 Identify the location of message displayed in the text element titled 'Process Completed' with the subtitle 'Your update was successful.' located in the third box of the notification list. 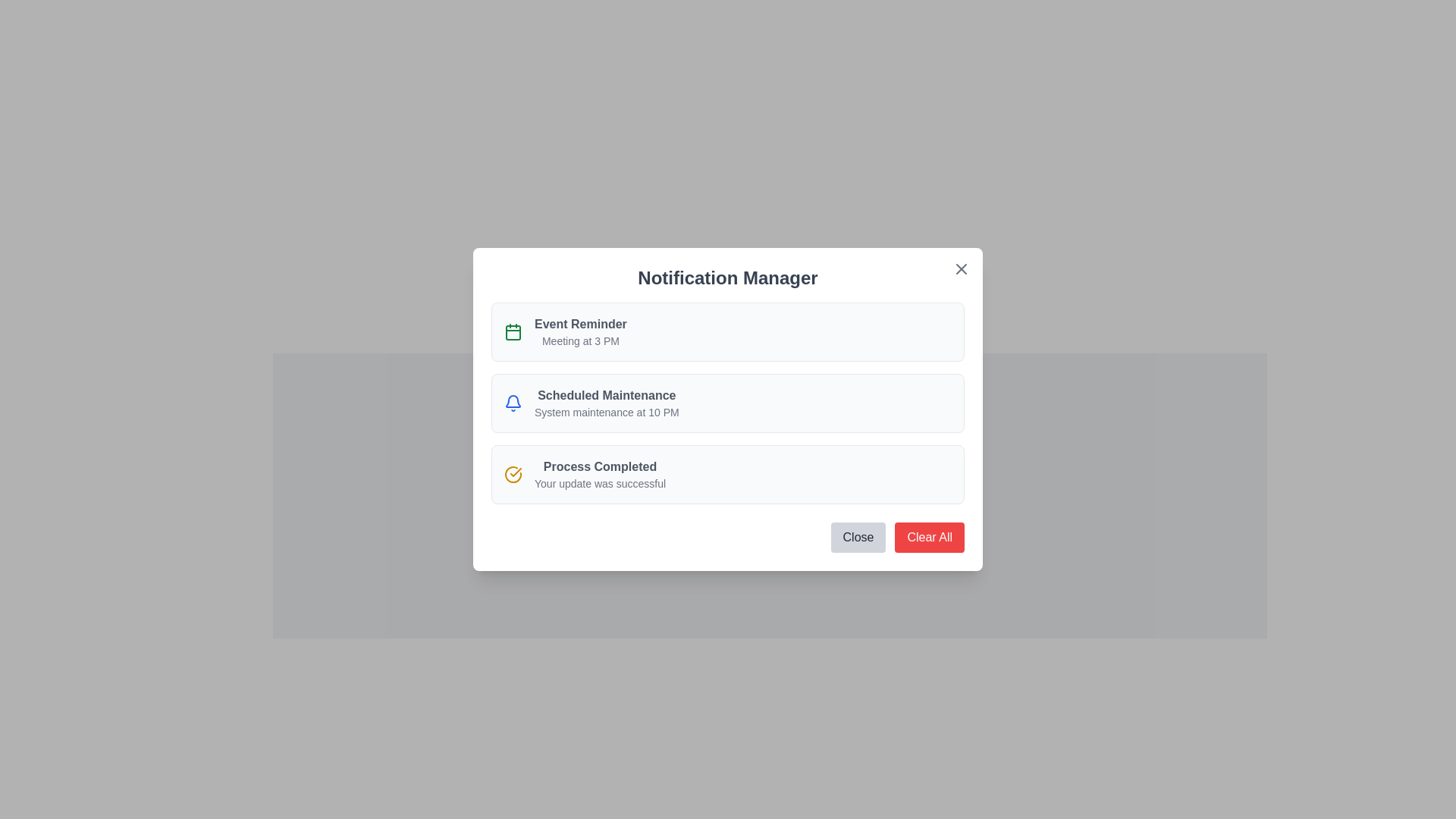
(599, 473).